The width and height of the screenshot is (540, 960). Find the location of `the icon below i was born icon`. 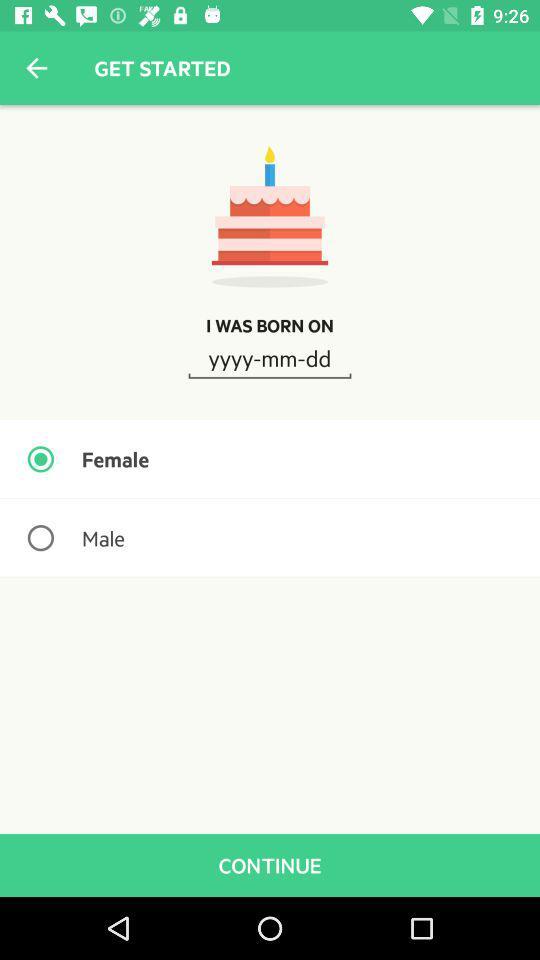

the icon below i was born icon is located at coordinates (270, 357).